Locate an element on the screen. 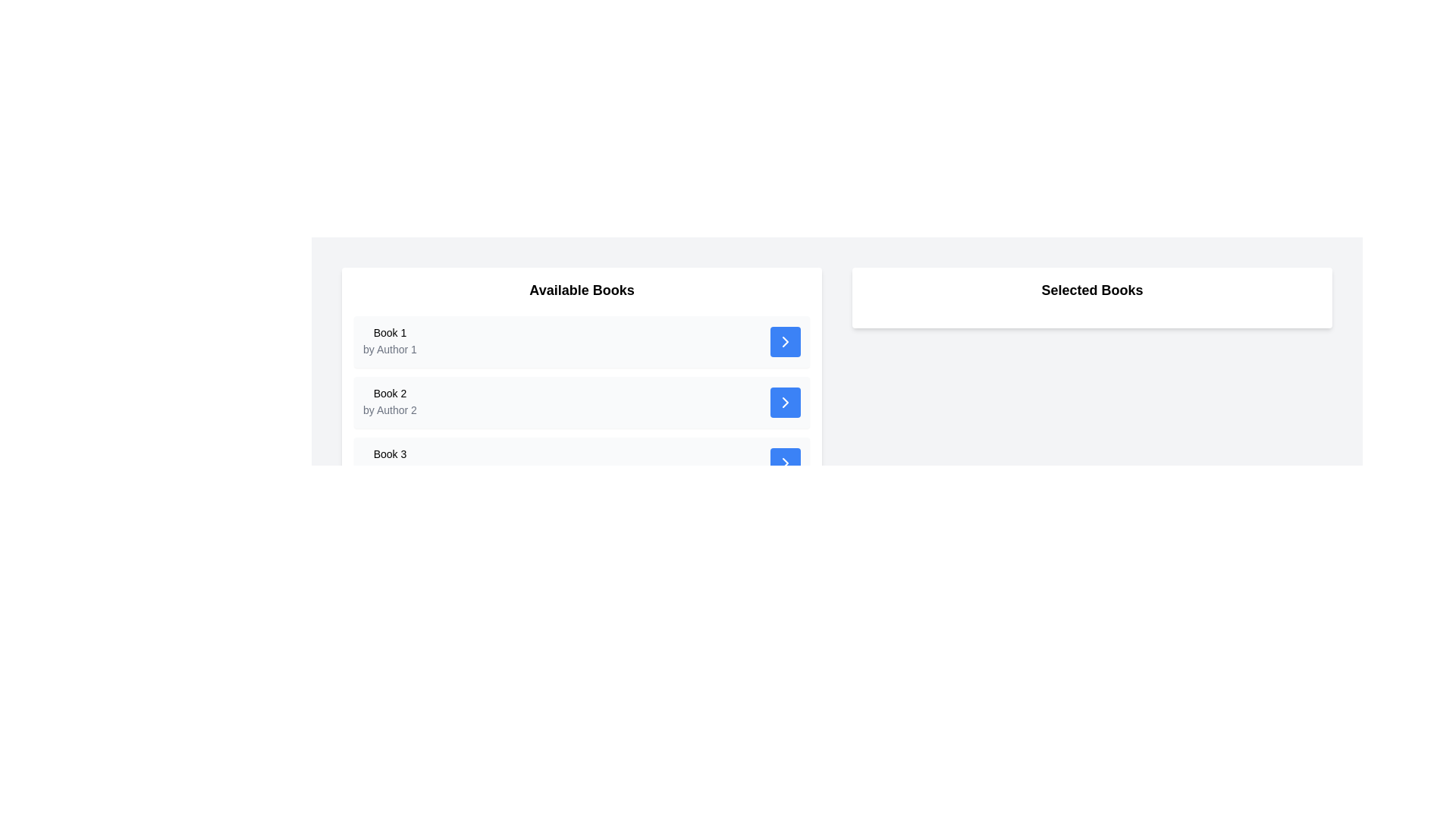 The height and width of the screenshot is (819, 1456). the text label displaying the title of the third book in the 'Available Books' section, positioned above the author label 'by Author 3' is located at coordinates (390, 453).